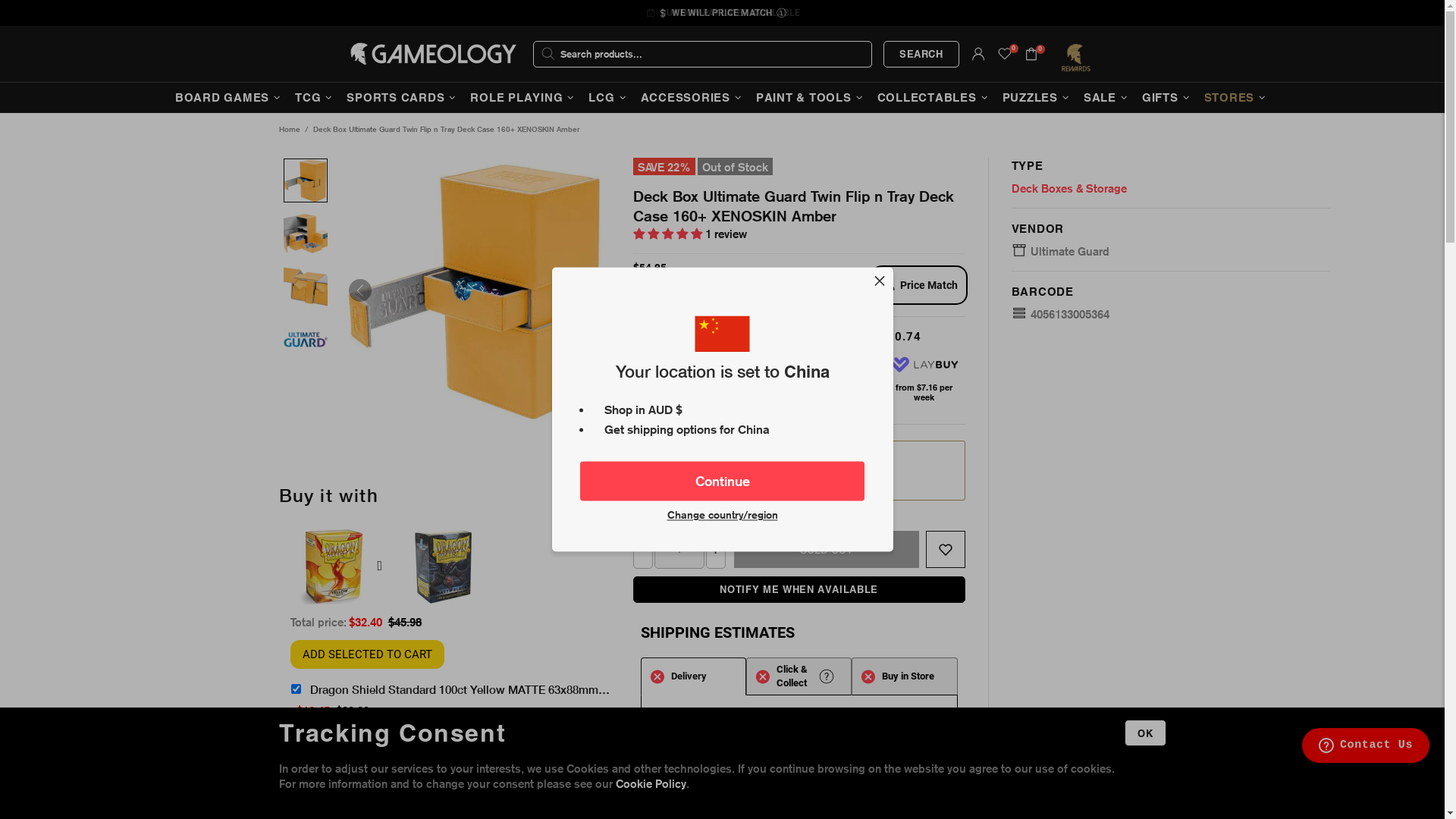 Image resolution: width=1456 pixels, height=819 pixels. Describe the element at coordinates (692, 675) in the screenshot. I see `'Delivery'` at that location.